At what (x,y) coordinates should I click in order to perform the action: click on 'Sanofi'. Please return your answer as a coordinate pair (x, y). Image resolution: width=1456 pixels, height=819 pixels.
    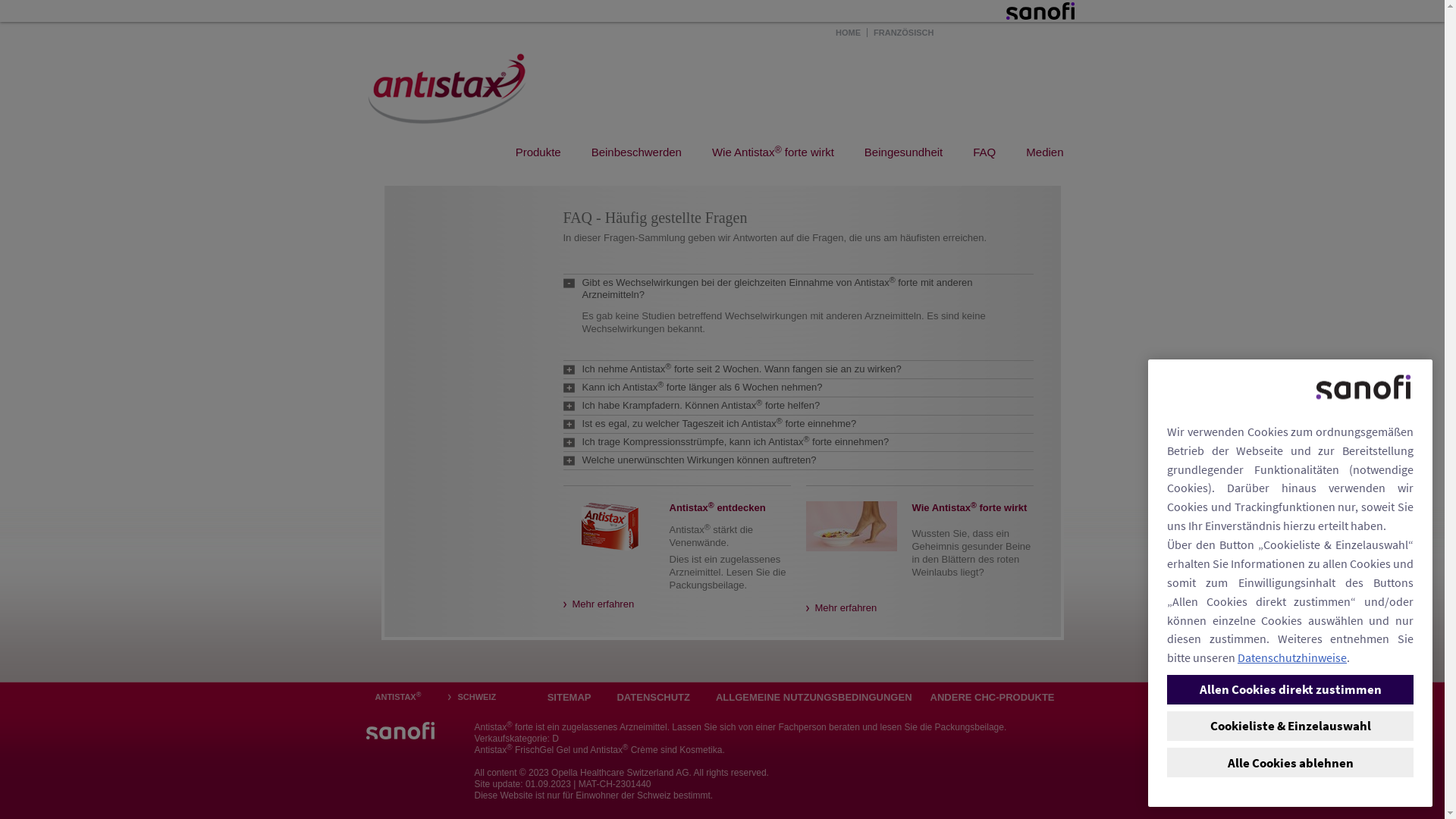
    Looking at the image, I should click on (1039, 11).